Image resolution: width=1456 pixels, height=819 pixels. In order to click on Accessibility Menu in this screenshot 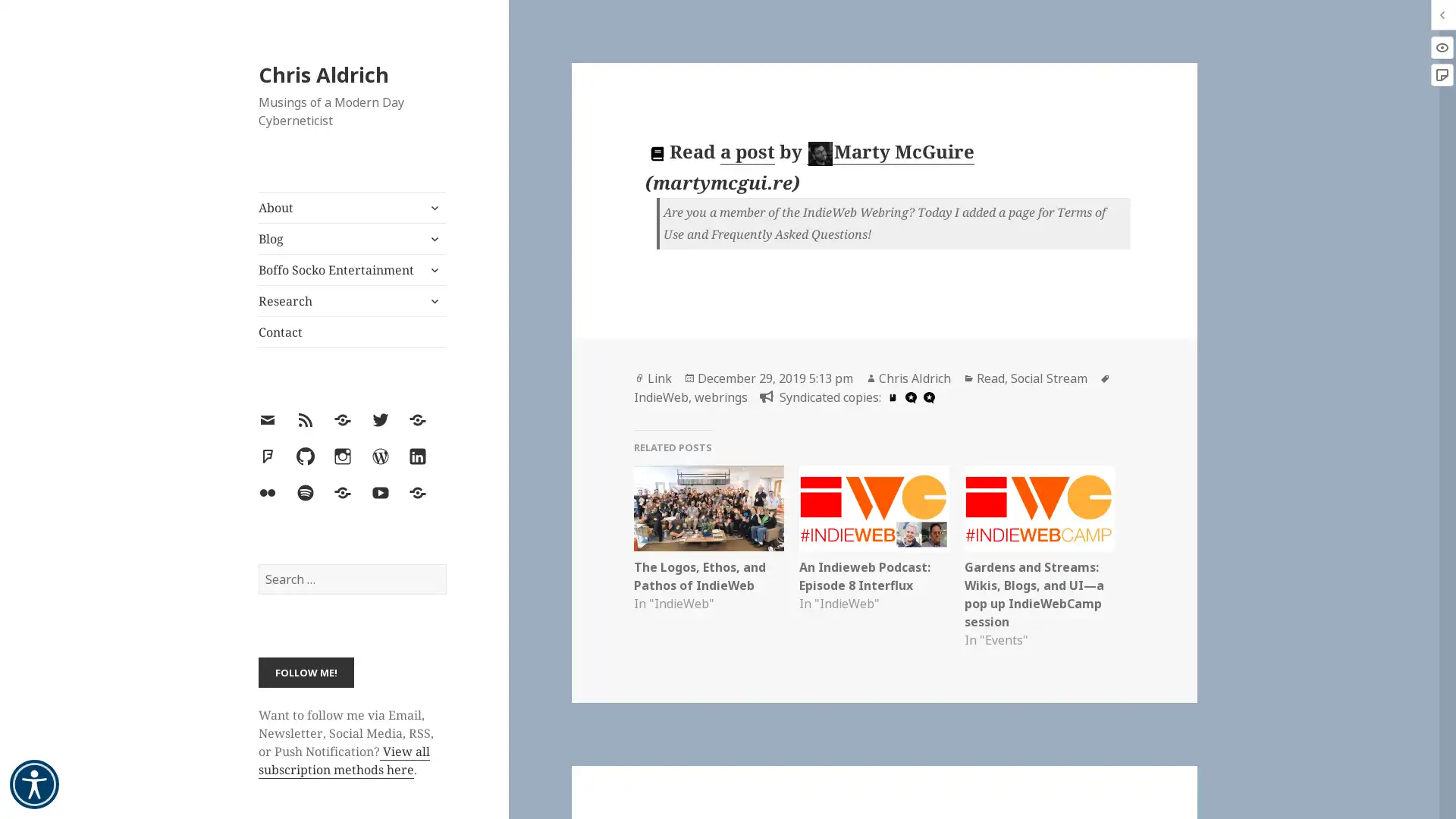, I will do `click(34, 784)`.